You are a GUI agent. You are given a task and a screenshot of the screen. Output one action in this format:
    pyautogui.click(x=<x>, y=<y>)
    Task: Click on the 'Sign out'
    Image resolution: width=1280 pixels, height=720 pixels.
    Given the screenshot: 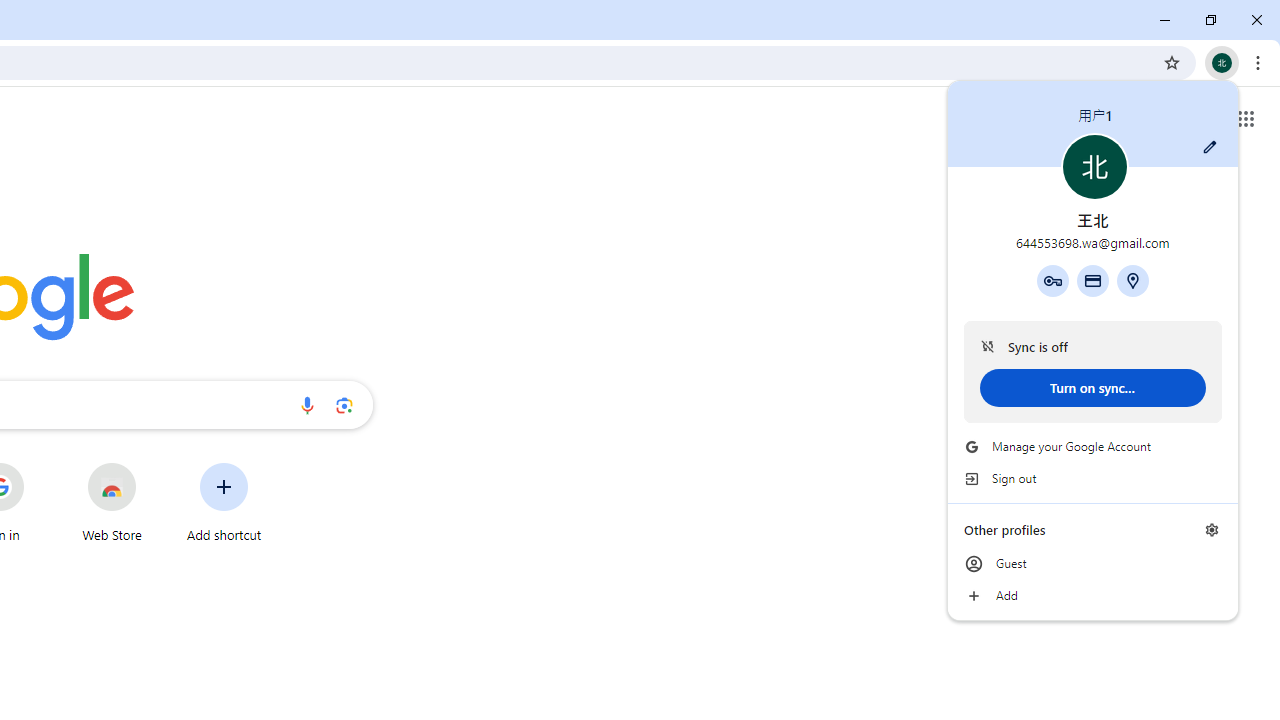 What is the action you would take?
    pyautogui.click(x=1092, y=479)
    